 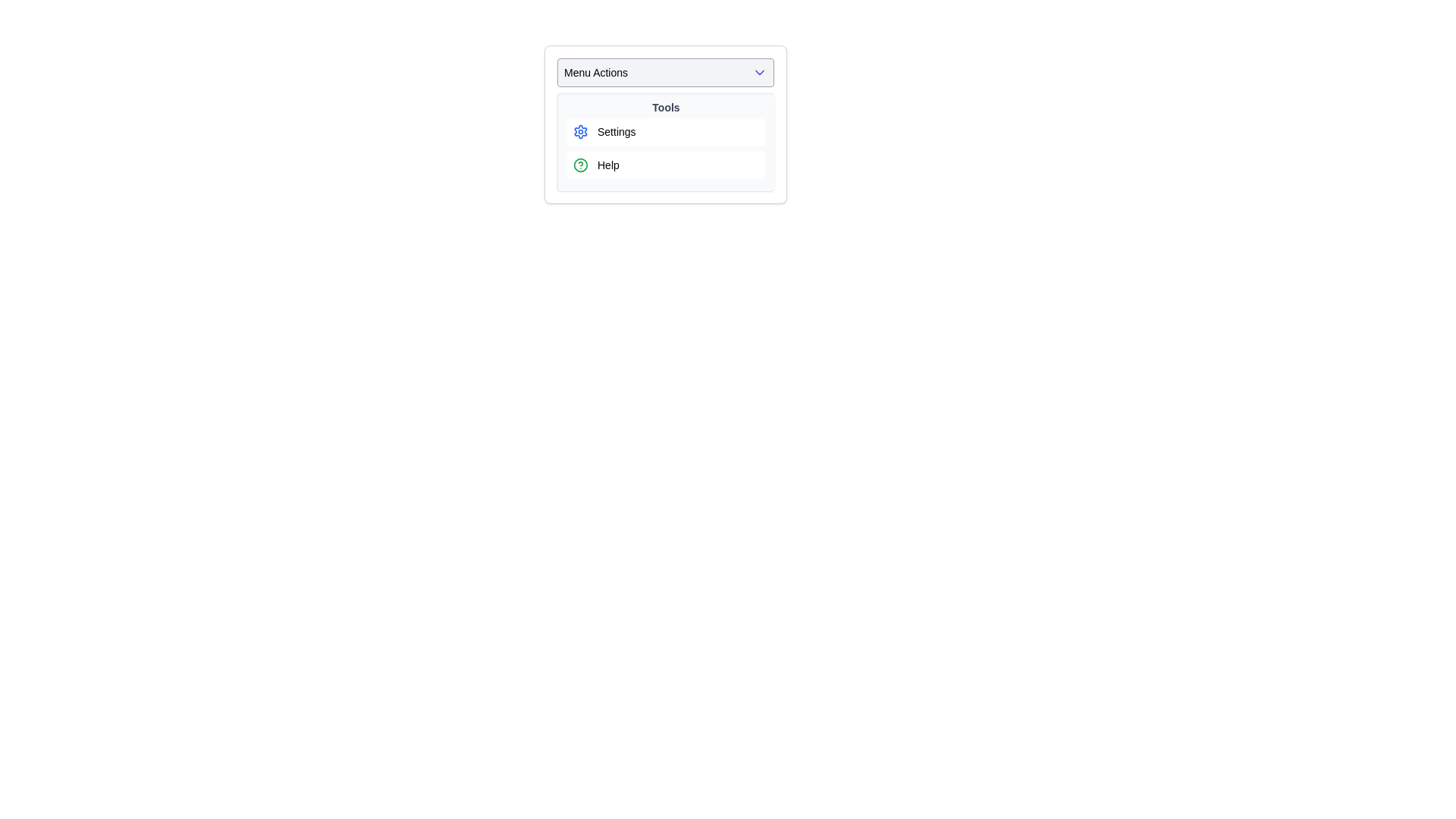 I want to click on the 'Help' text label, which serves as a description for the 'Help' function and is located below the 'Settings' option in the 'Tools' menu, so click(x=608, y=165).